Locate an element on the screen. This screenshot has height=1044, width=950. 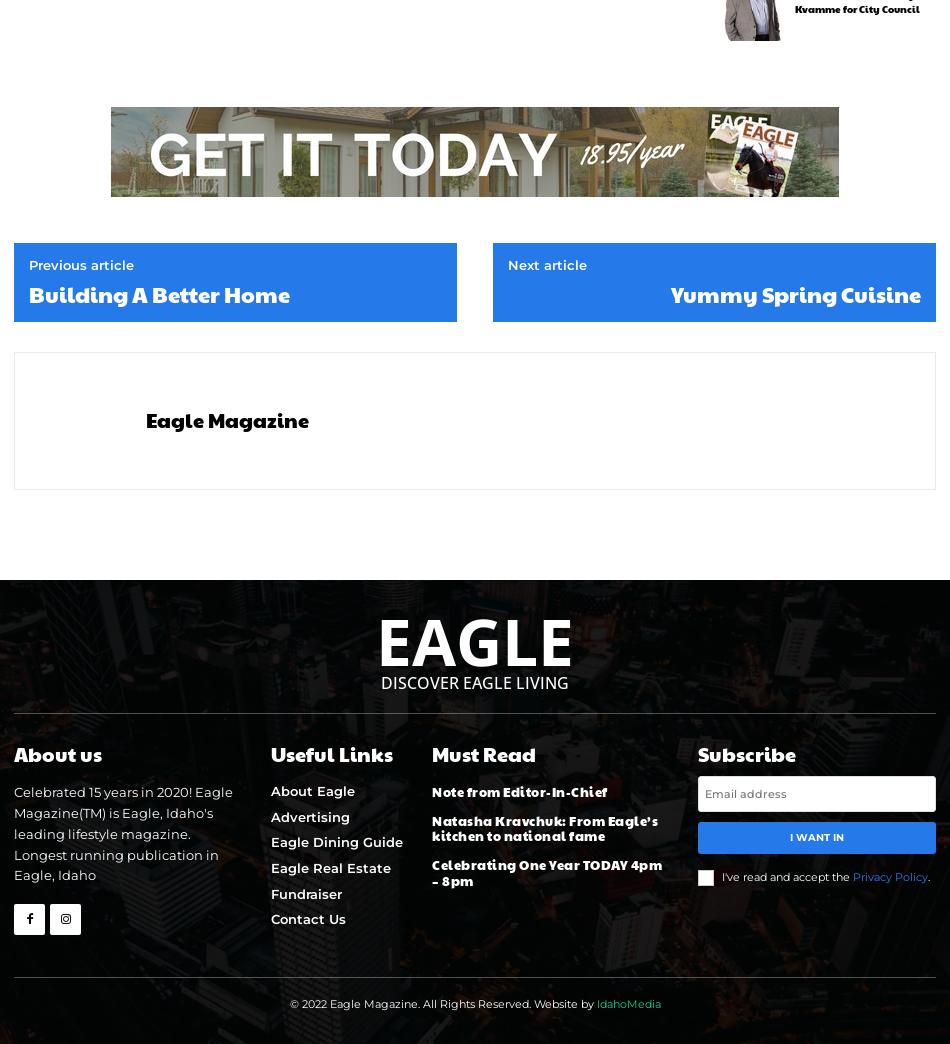
'Celebrating One Year TODAY 4pm – 8pm' is located at coordinates (430, 871).